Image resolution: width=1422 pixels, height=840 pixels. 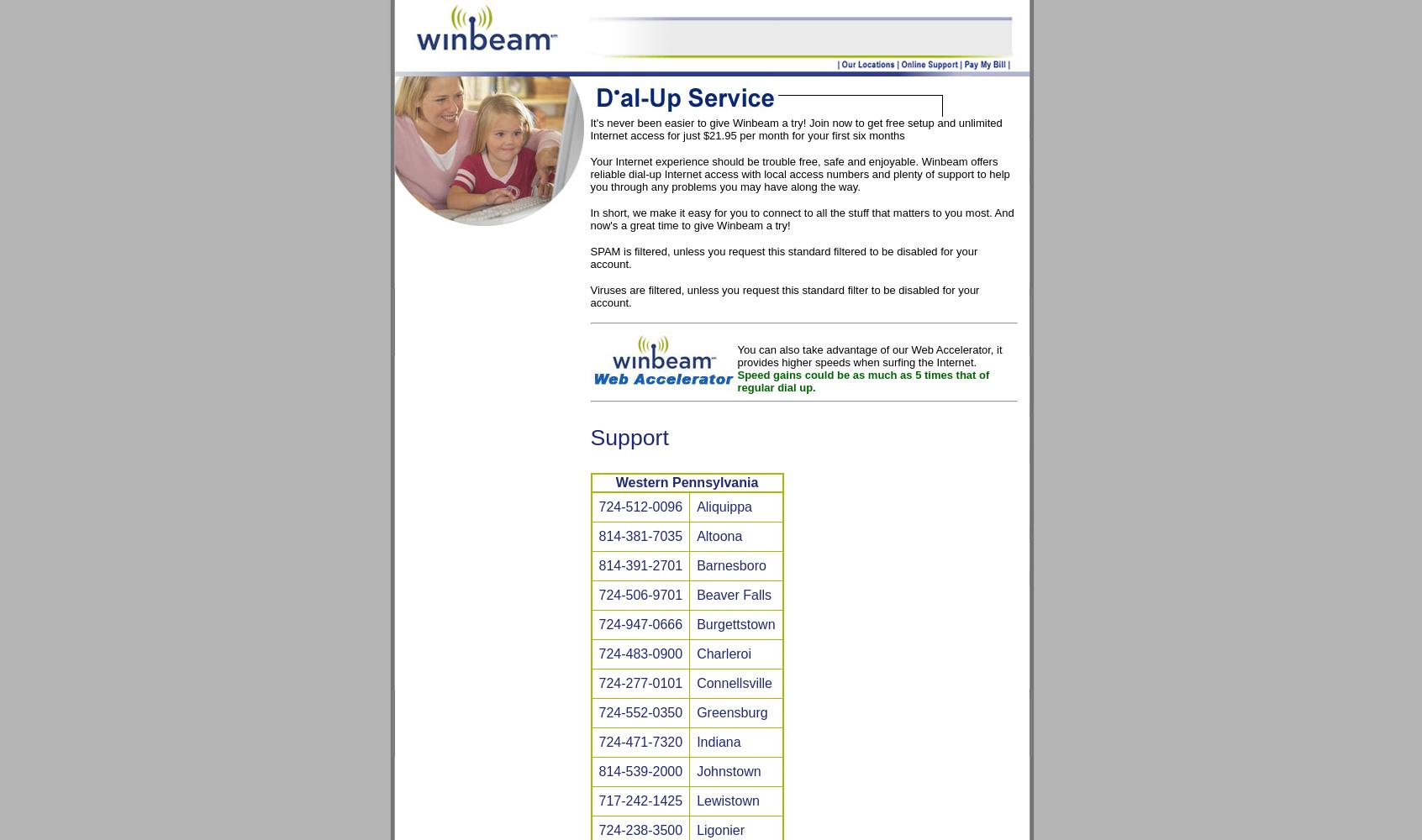 I want to click on 'Altoona', so click(x=718, y=536).